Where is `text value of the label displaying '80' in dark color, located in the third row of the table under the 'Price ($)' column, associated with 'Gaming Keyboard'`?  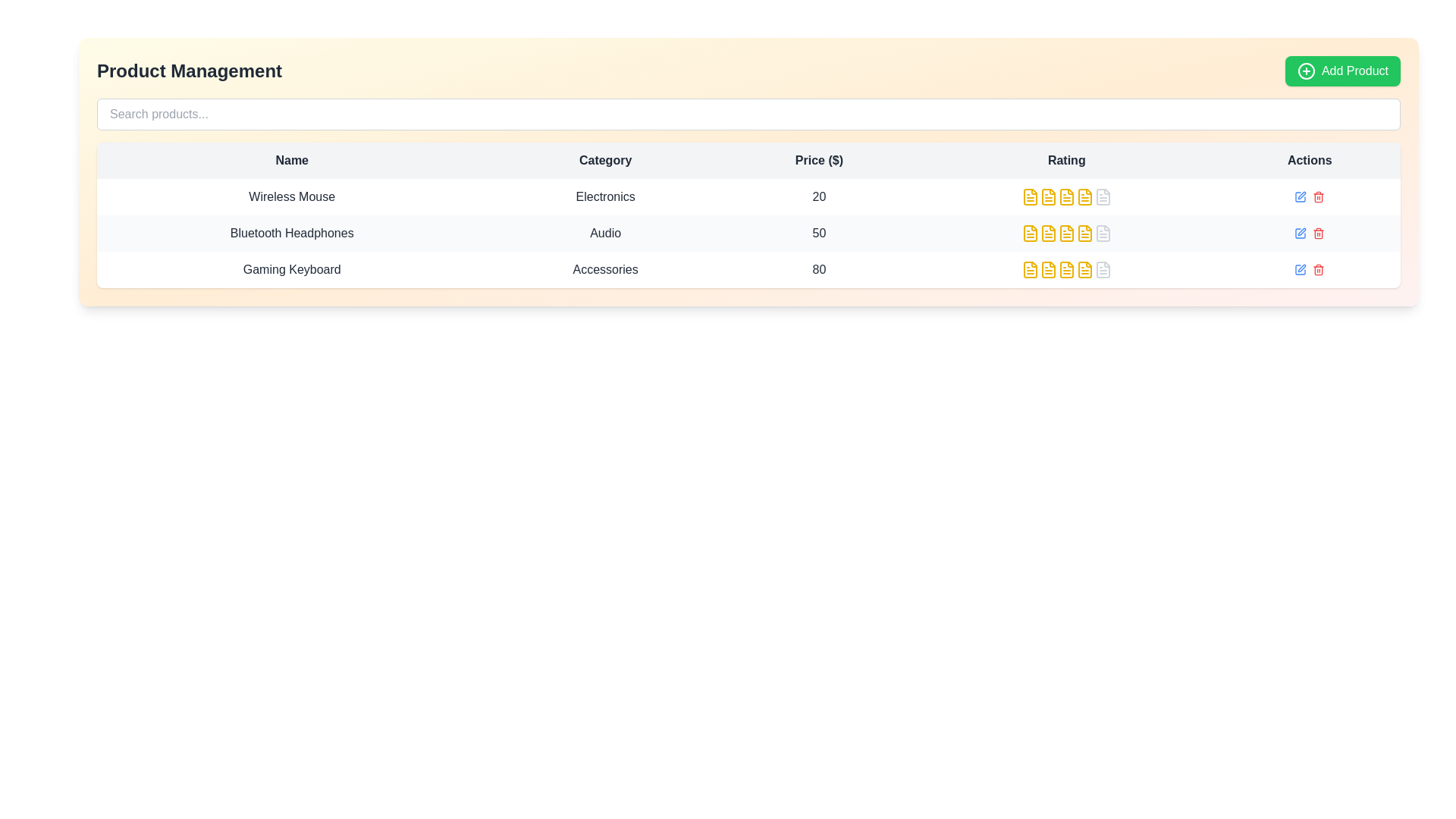 text value of the label displaying '80' in dark color, located in the third row of the table under the 'Price ($)' column, associated with 'Gaming Keyboard' is located at coordinates (818, 268).